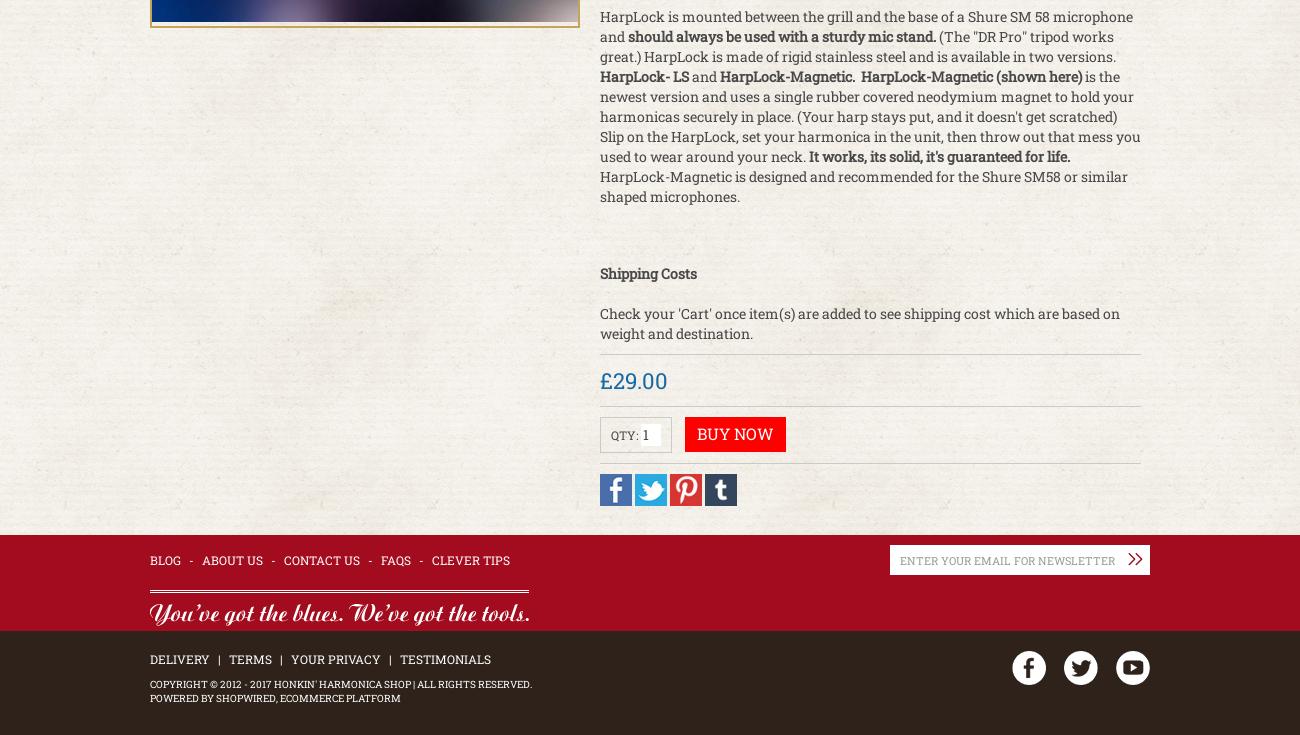 The width and height of the screenshot is (1300, 735). I want to click on 'Ecommerce Platform', so click(280, 698).